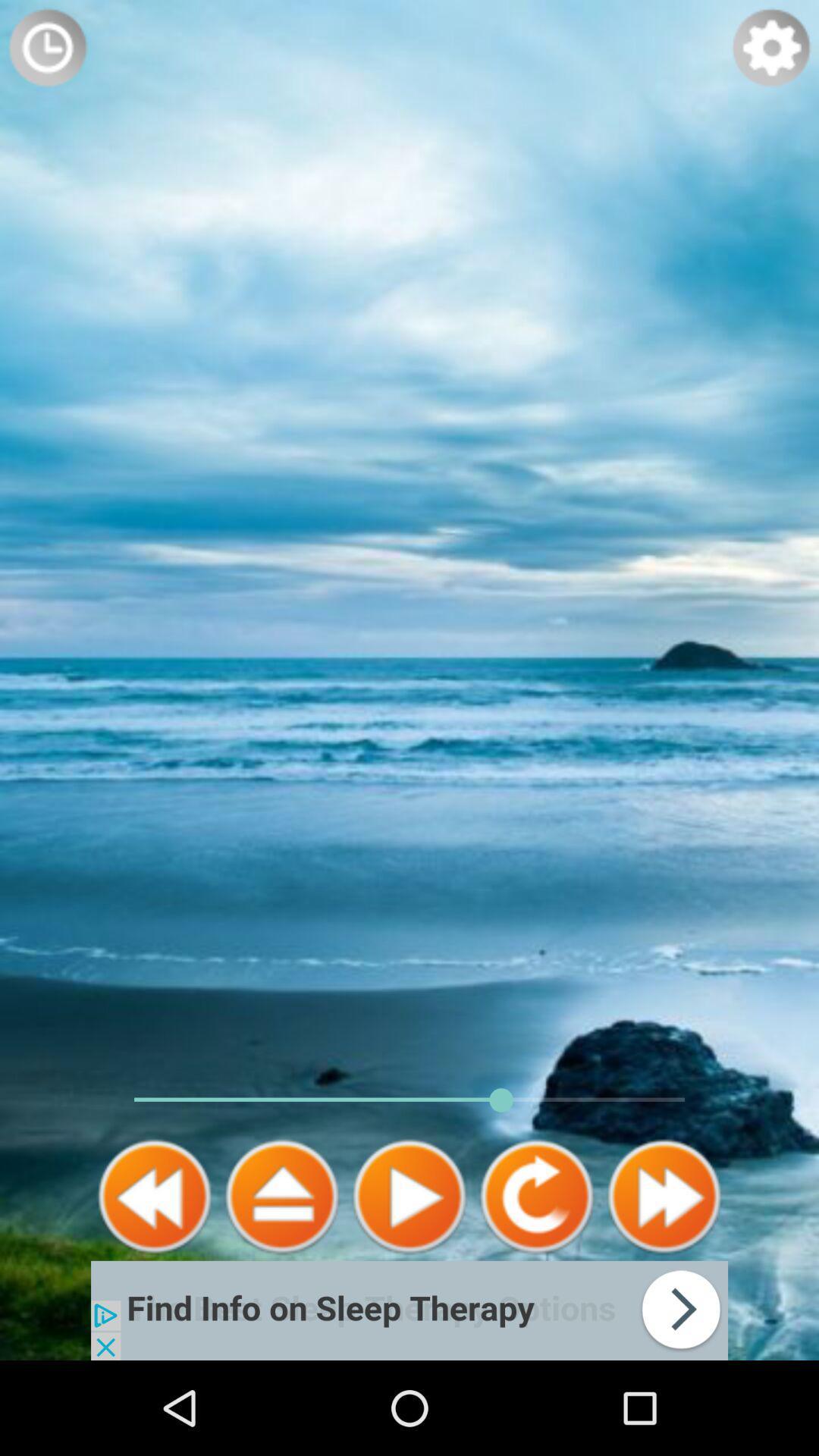  I want to click on set timer, so click(46, 47).